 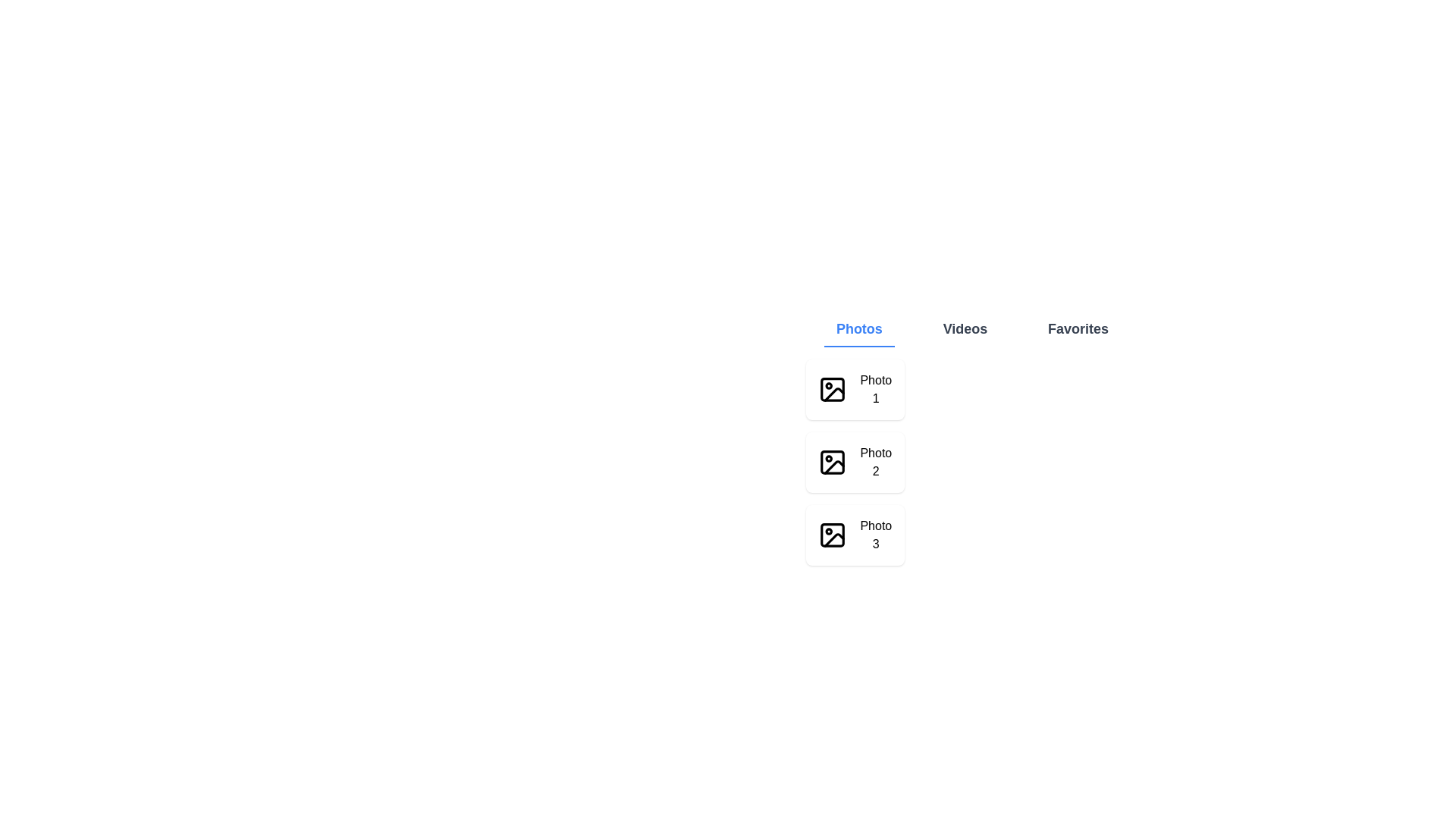 I want to click on the Image icon located, so click(x=832, y=388).